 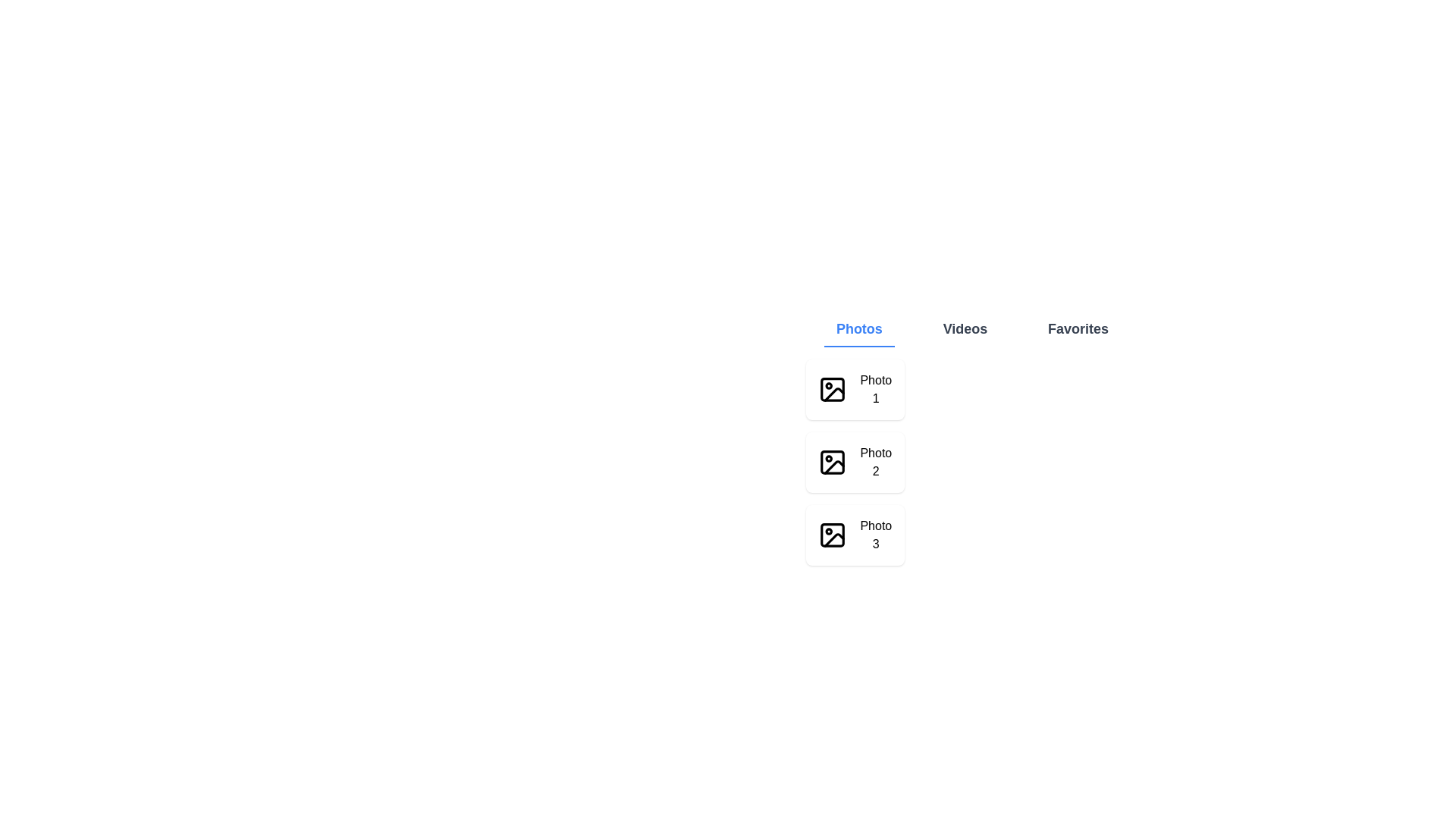 I want to click on the Image icon located, so click(x=832, y=388).